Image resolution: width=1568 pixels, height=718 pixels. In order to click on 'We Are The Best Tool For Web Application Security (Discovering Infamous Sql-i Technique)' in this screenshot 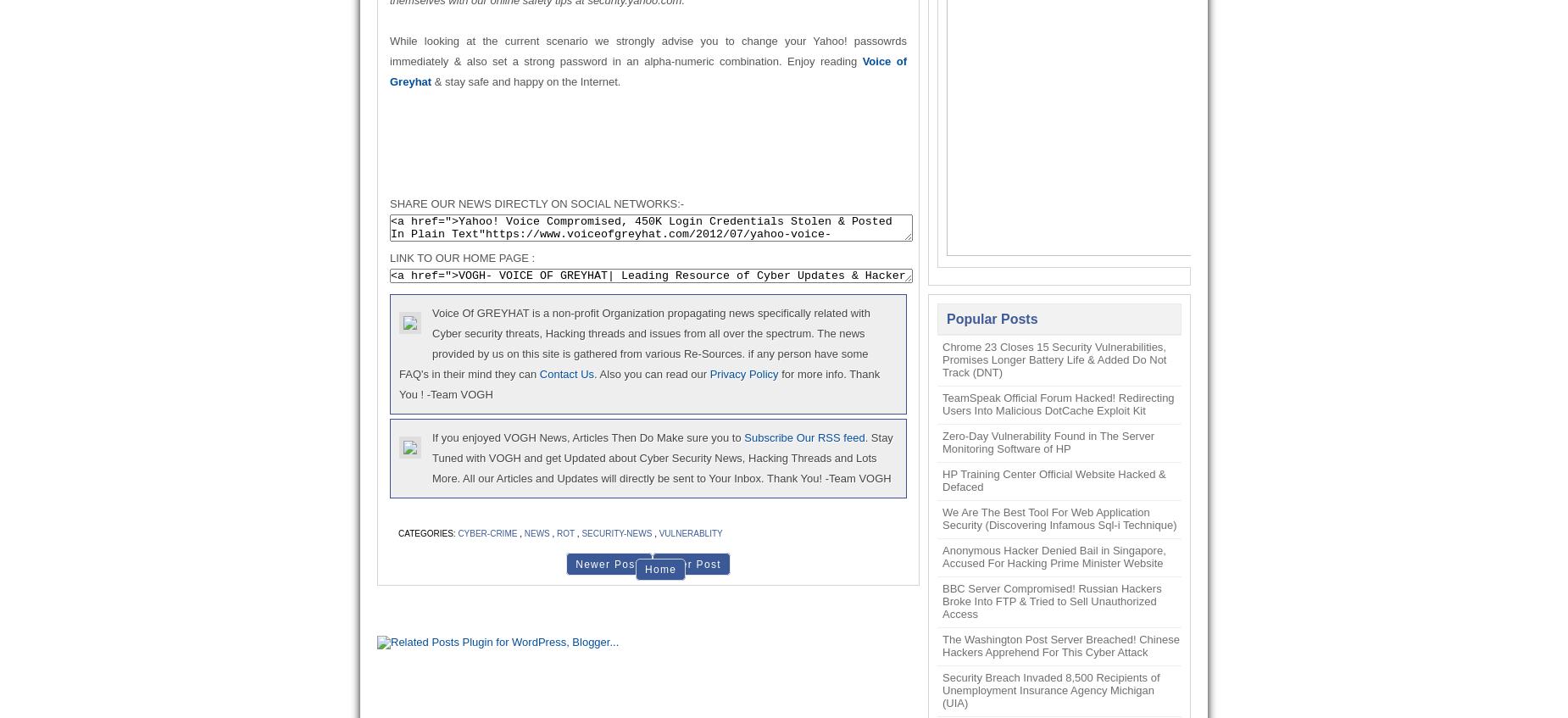, I will do `click(1059, 518)`.